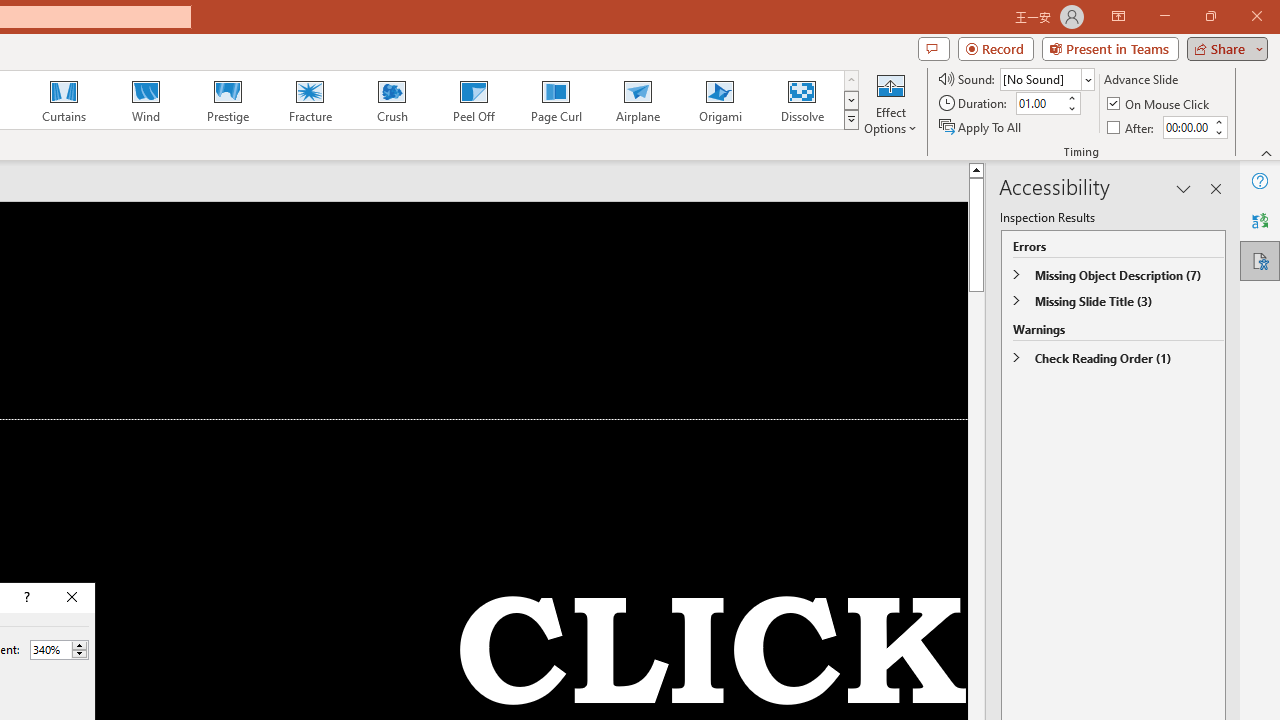  I want to click on 'Percent', so click(50, 649).